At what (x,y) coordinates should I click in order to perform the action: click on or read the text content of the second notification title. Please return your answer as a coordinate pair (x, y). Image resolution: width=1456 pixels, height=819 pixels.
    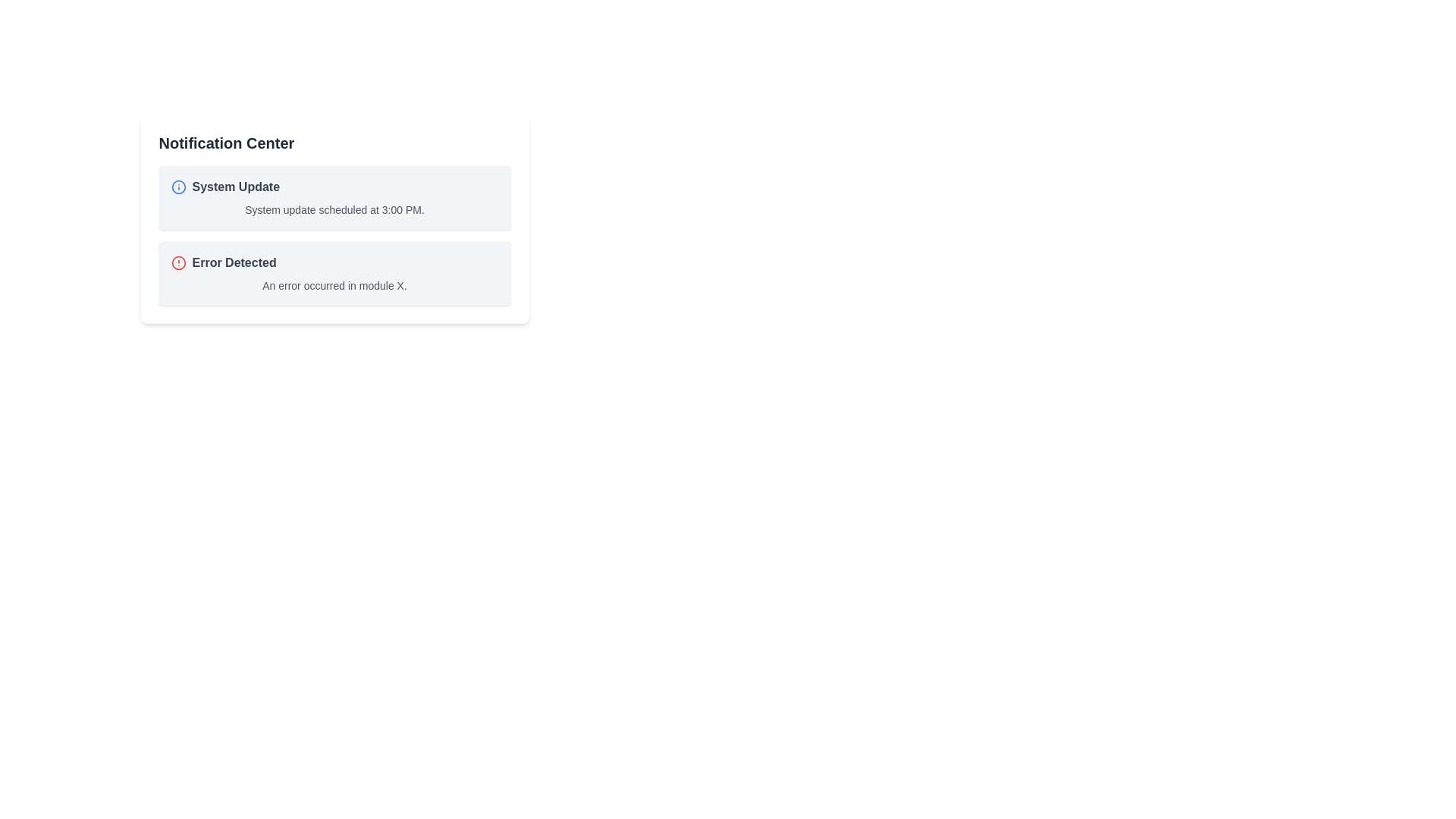
    Looking at the image, I should click on (234, 262).